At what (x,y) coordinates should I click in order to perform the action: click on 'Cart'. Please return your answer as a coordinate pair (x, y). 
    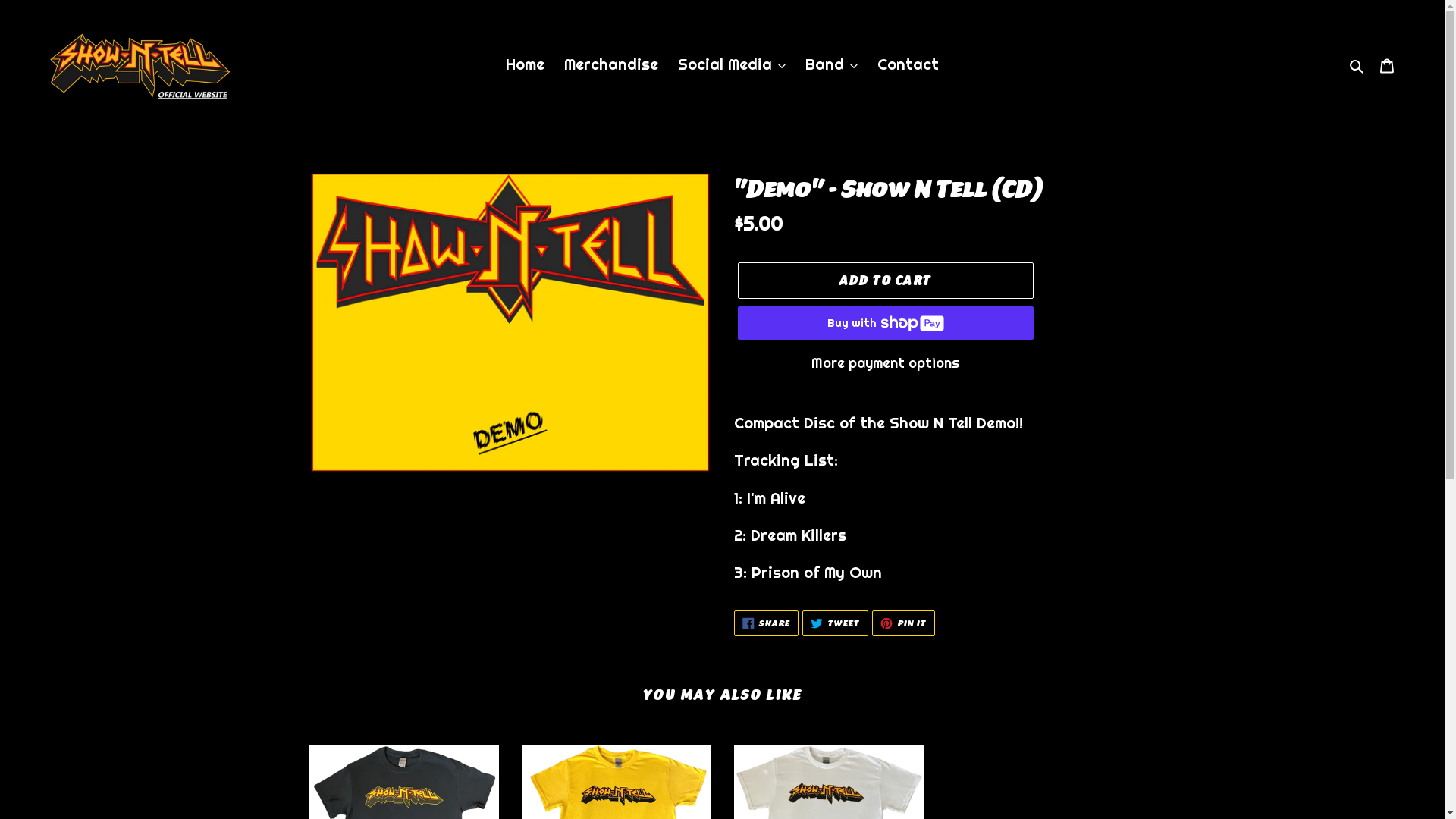
    Looking at the image, I should click on (1386, 63).